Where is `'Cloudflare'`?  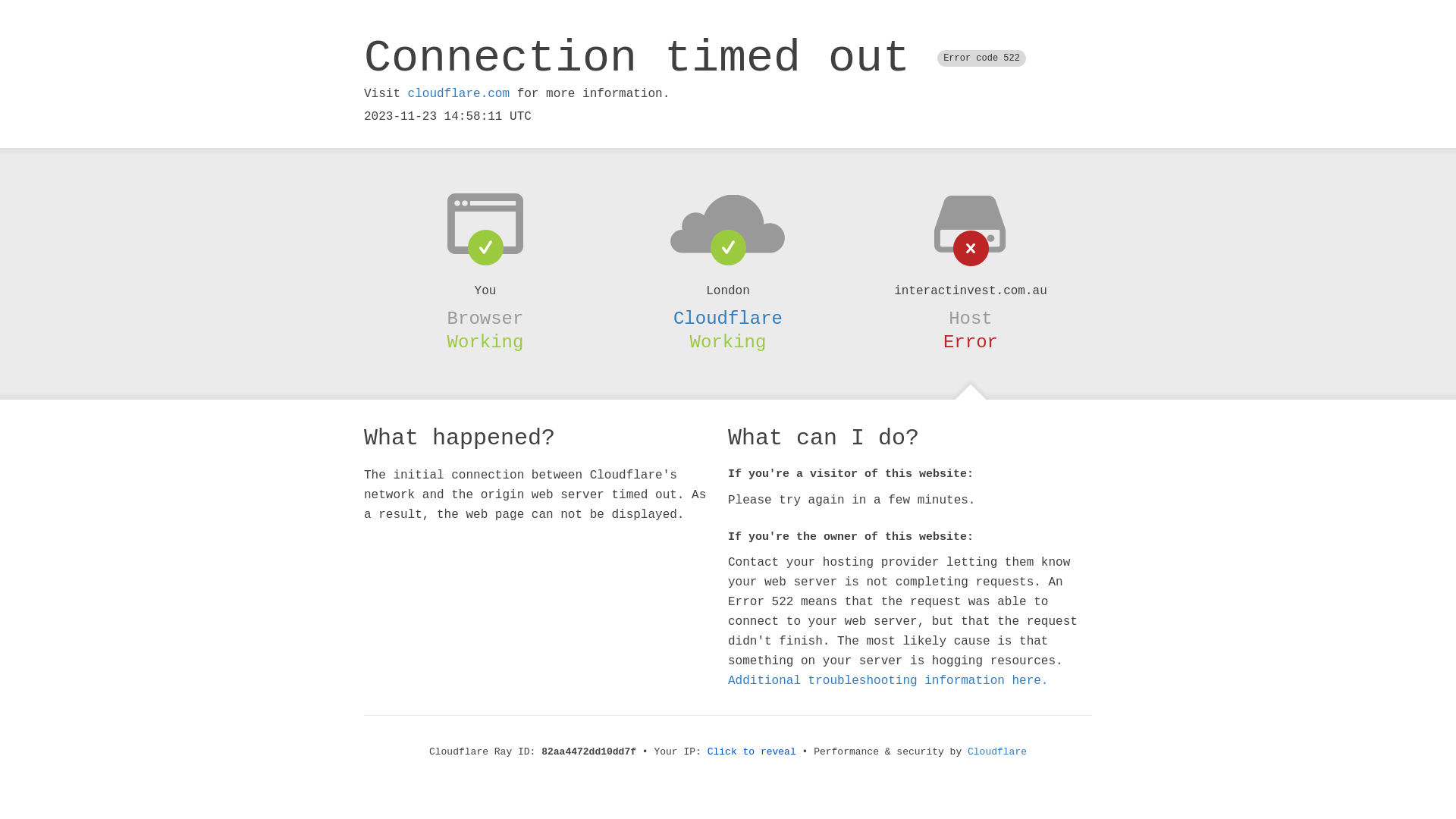
'Cloudflare' is located at coordinates (728, 318).